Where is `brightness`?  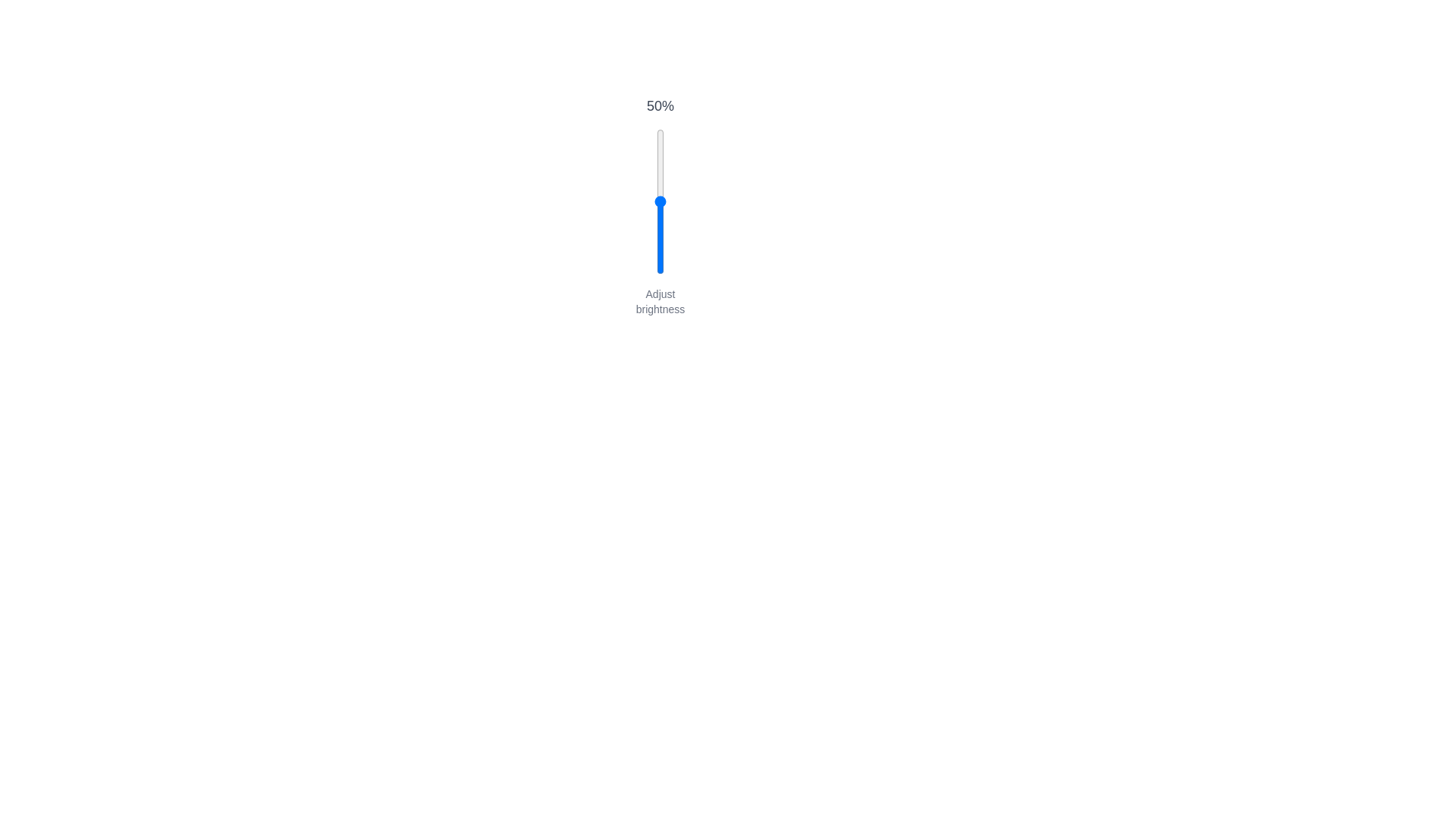 brightness is located at coordinates (660, 143).